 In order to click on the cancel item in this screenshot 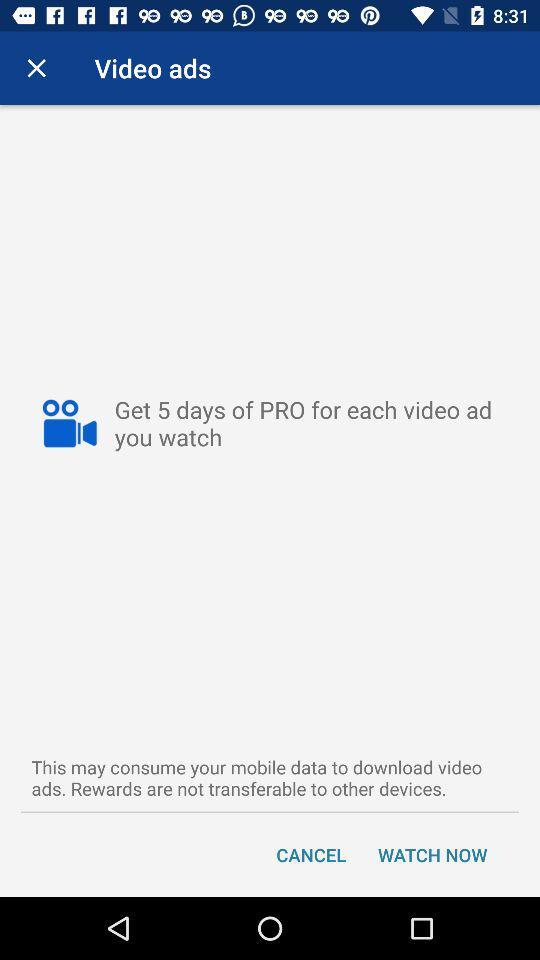, I will do `click(311, 853)`.